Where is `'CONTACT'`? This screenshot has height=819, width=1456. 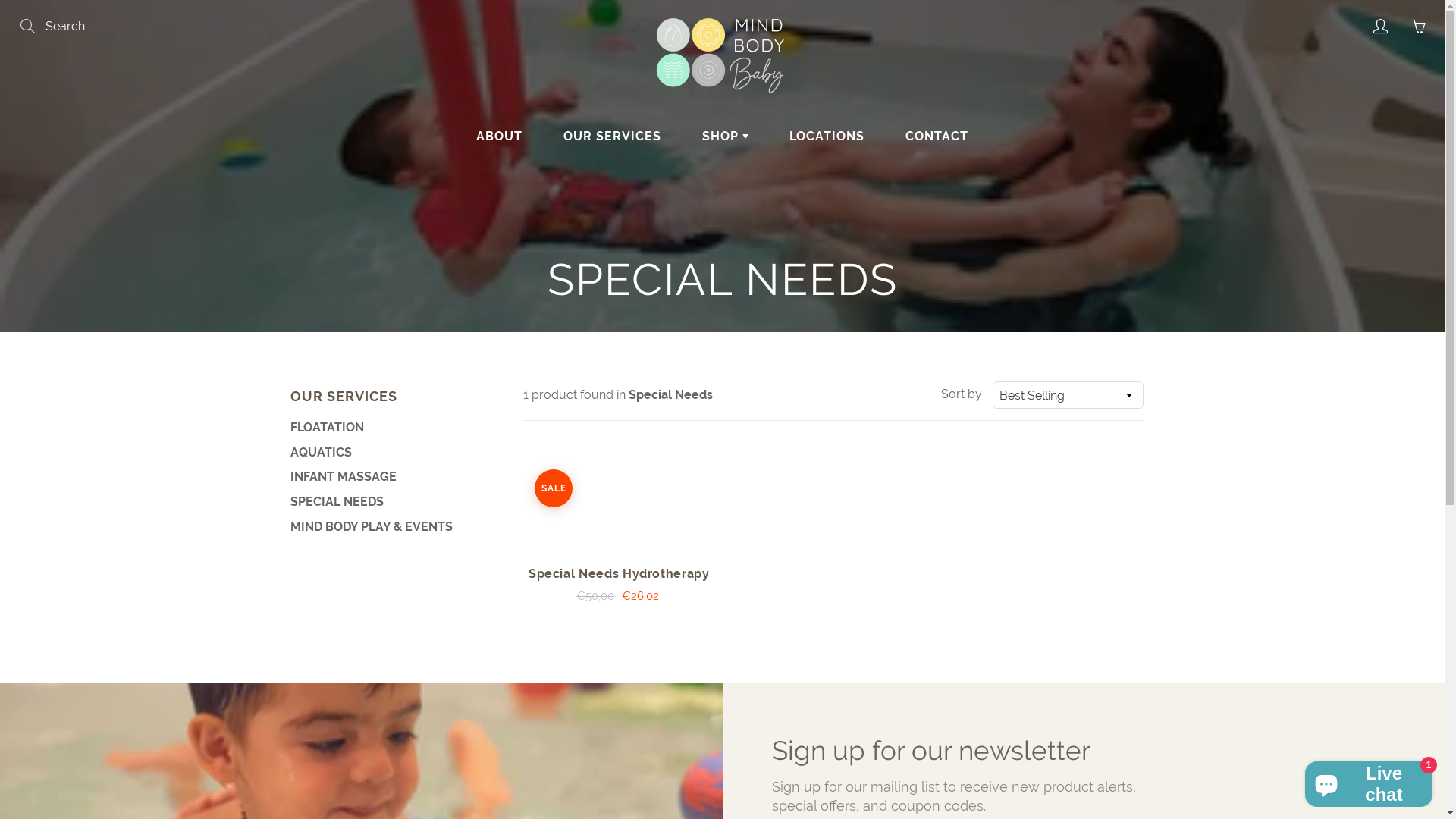 'CONTACT' is located at coordinates (886, 136).